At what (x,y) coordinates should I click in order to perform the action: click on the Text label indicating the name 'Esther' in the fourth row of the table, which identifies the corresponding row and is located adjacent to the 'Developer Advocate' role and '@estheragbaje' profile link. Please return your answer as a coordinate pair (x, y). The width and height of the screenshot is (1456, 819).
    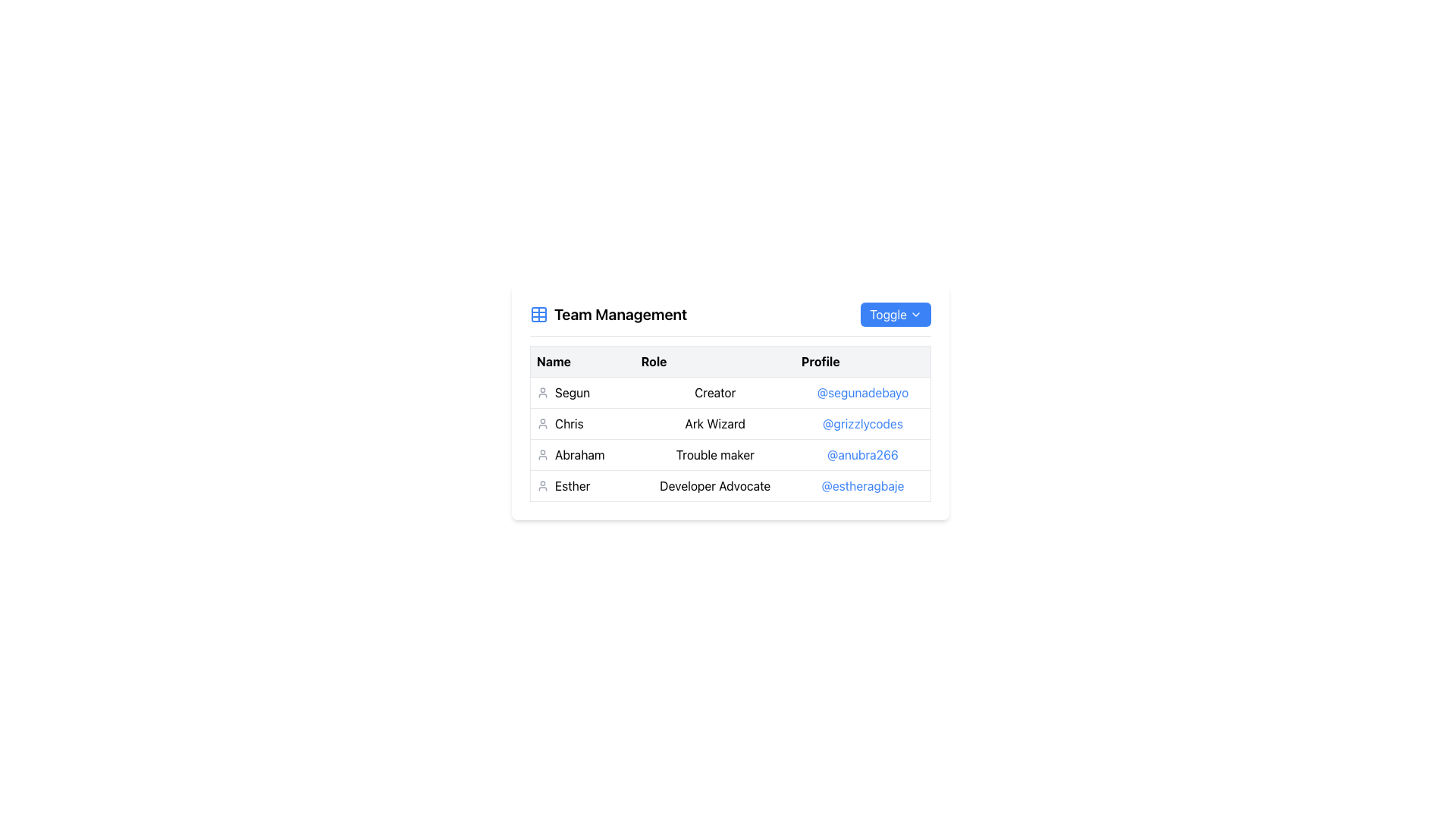
    Looking at the image, I should click on (582, 485).